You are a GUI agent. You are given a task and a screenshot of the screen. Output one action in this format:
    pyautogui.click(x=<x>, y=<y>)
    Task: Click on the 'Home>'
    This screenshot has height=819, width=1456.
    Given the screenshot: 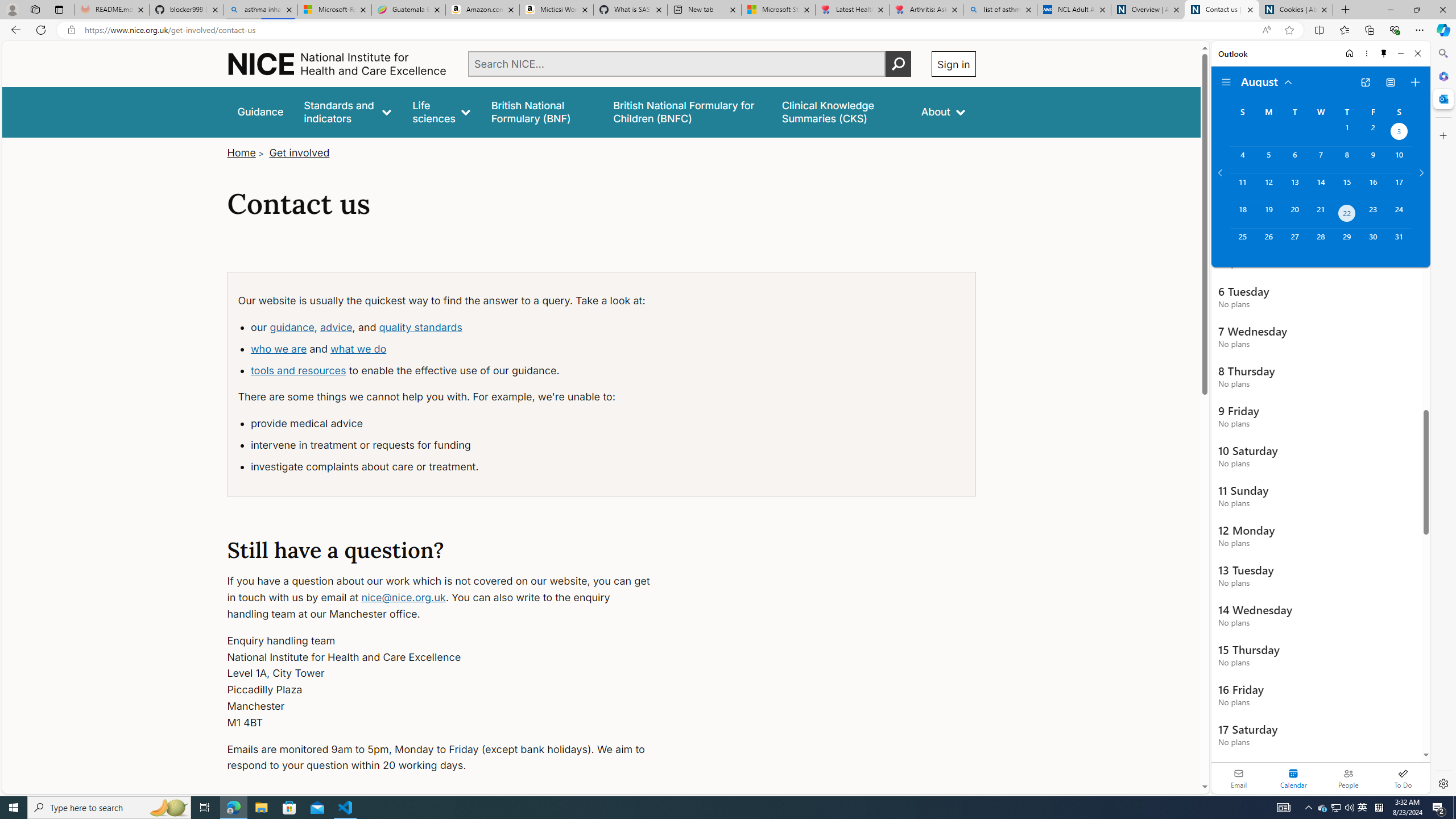 What is the action you would take?
    pyautogui.click(x=246, y=152)
    